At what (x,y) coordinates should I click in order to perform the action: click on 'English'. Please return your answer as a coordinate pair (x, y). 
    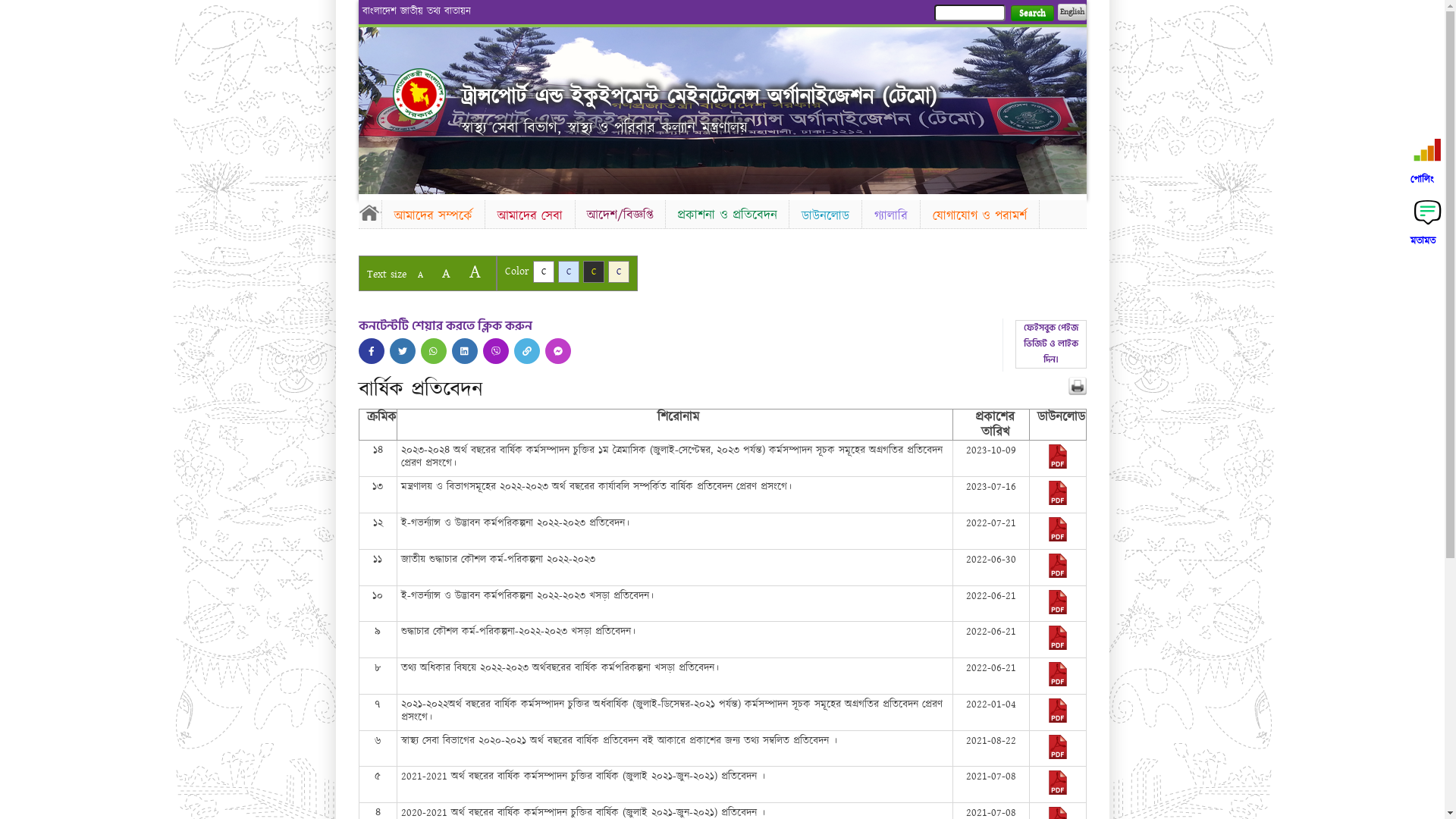
    Looking at the image, I should click on (1070, 11).